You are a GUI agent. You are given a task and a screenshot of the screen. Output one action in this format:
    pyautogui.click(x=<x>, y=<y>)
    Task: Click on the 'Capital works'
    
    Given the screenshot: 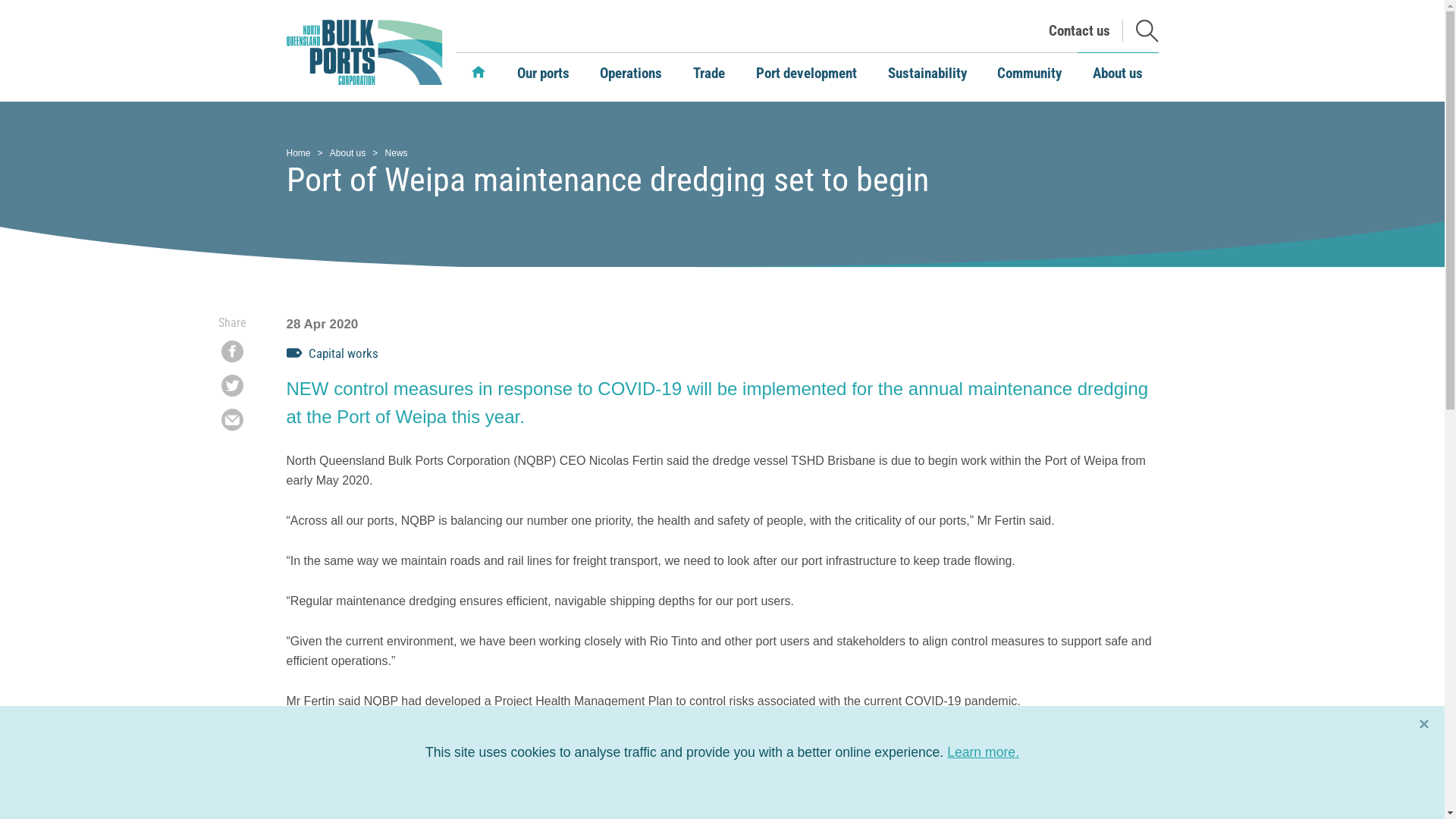 What is the action you would take?
    pyautogui.click(x=331, y=353)
    